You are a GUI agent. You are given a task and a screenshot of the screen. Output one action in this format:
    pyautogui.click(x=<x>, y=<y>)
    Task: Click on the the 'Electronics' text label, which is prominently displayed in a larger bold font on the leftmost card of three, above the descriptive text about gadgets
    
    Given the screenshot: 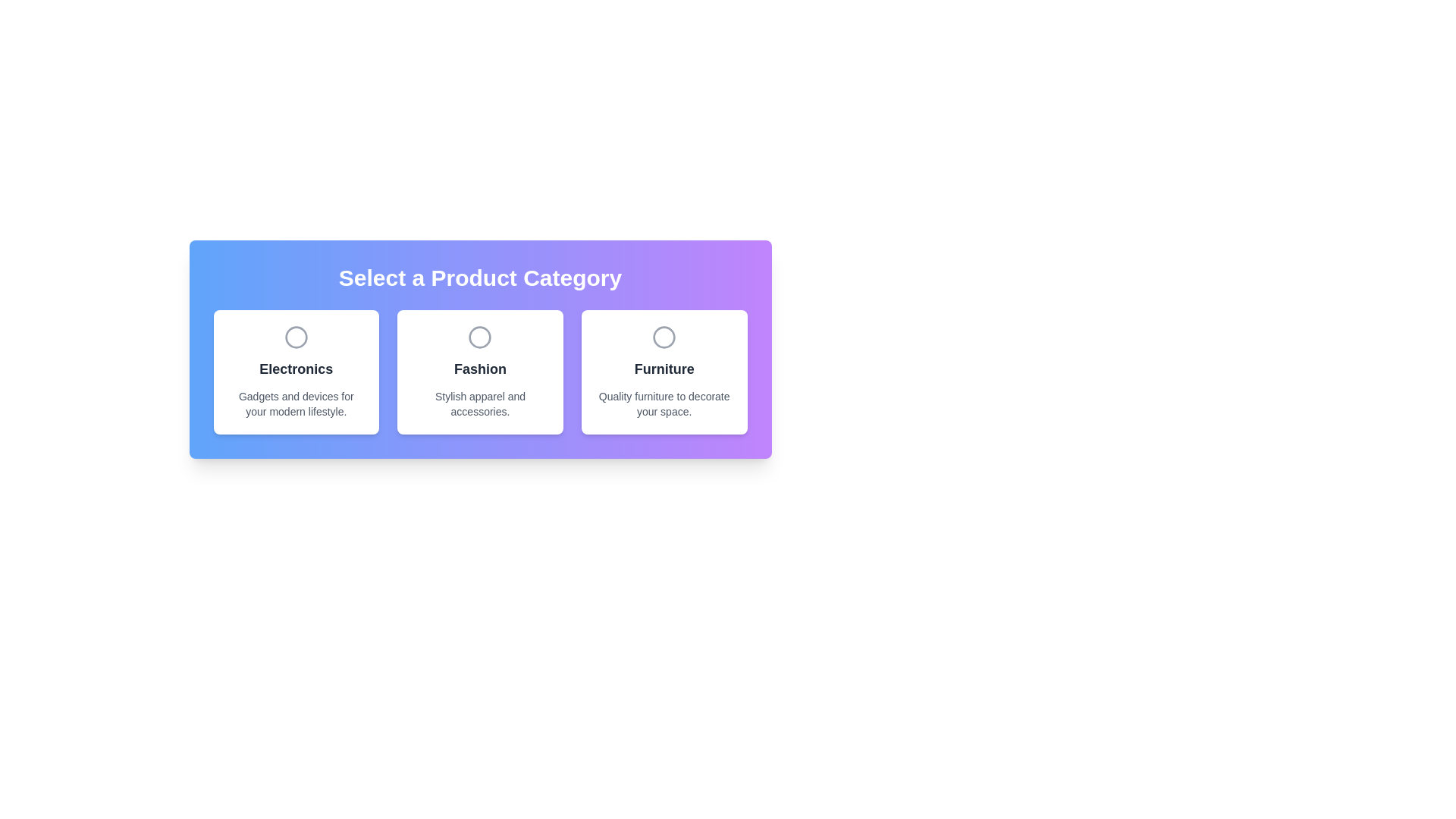 What is the action you would take?
    pyautogui.click(x=296, y=369)
    